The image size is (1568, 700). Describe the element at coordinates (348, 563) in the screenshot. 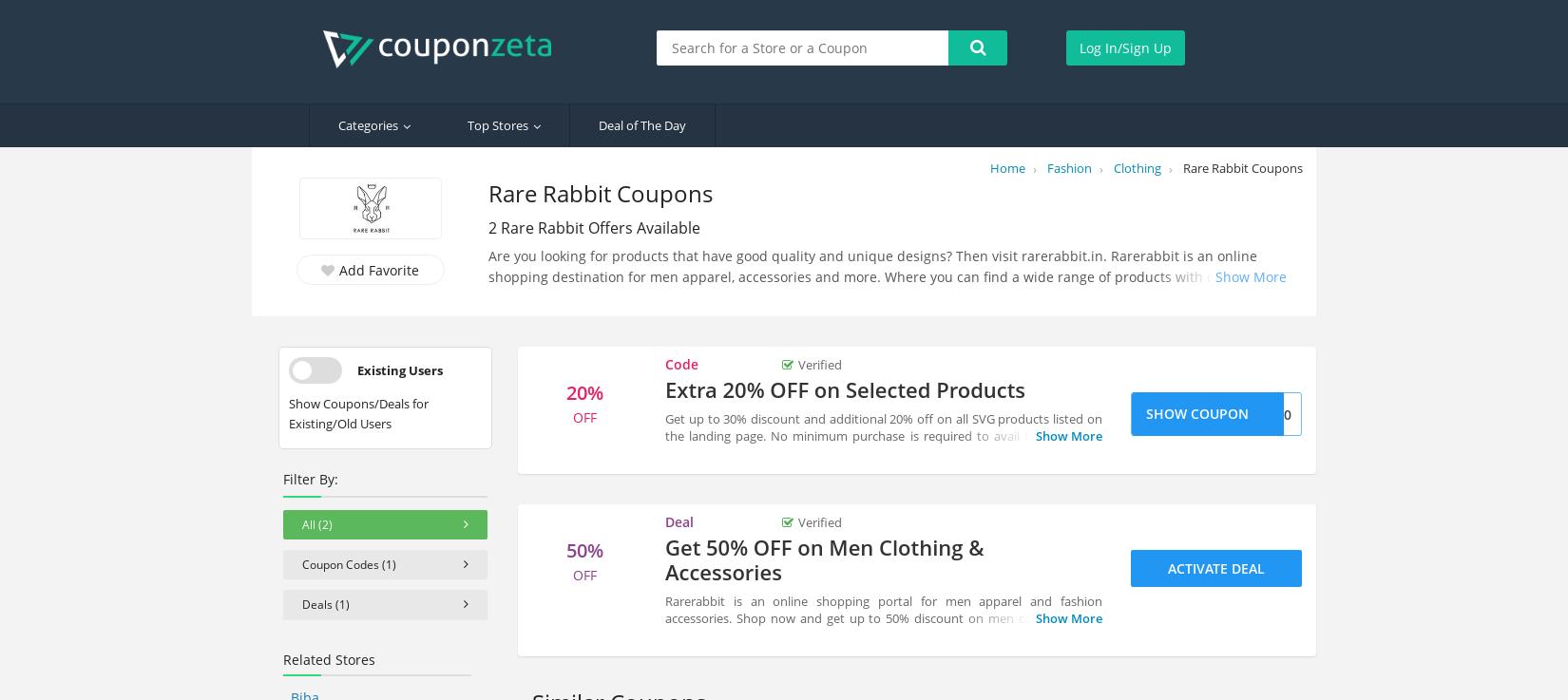

I see `'Coupon Codes (1)'` at that location.